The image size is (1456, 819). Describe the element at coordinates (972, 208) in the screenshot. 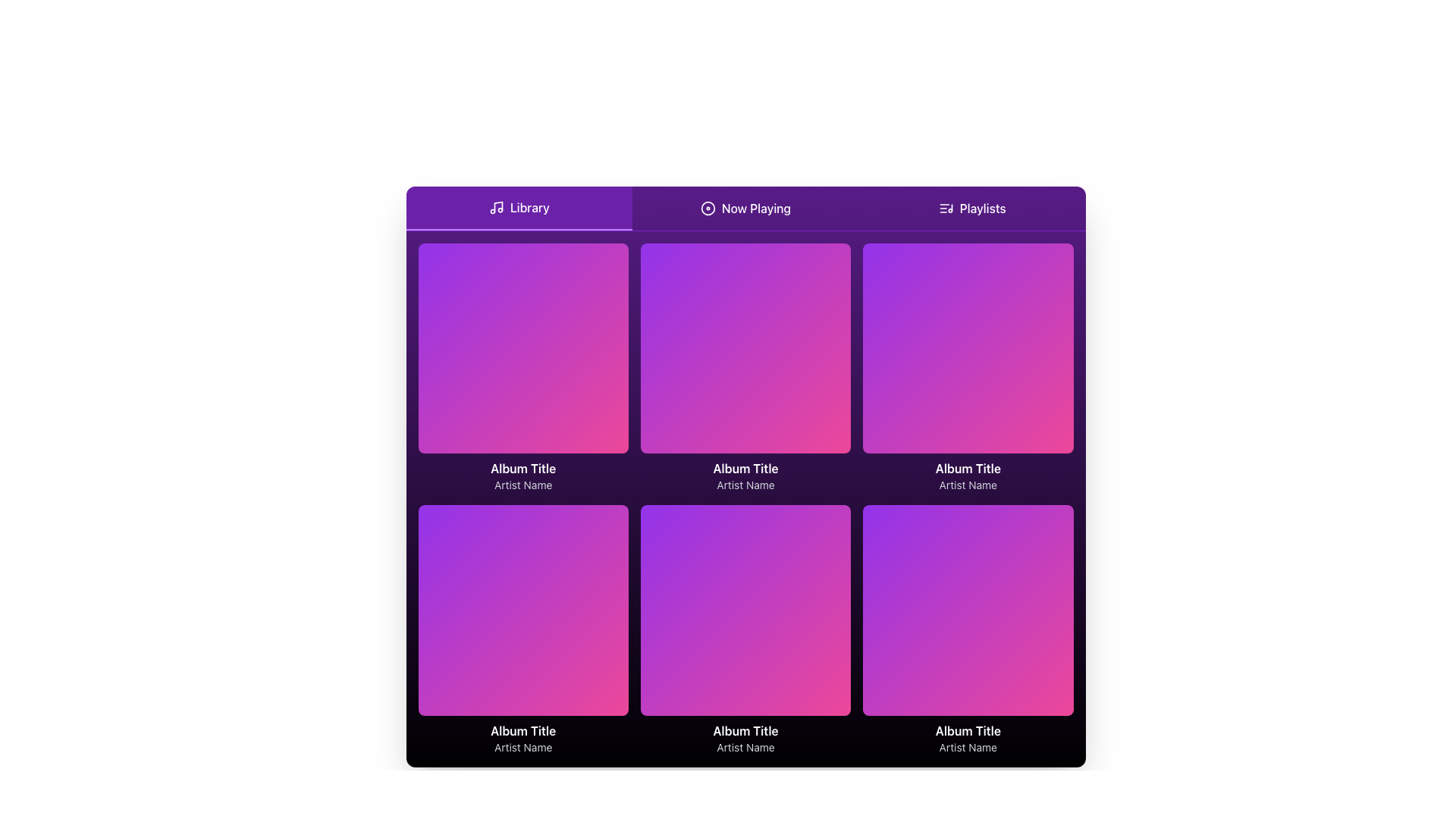

I see `the navigation button located in the horizontal navigation bar at the top of the interface` at that location.